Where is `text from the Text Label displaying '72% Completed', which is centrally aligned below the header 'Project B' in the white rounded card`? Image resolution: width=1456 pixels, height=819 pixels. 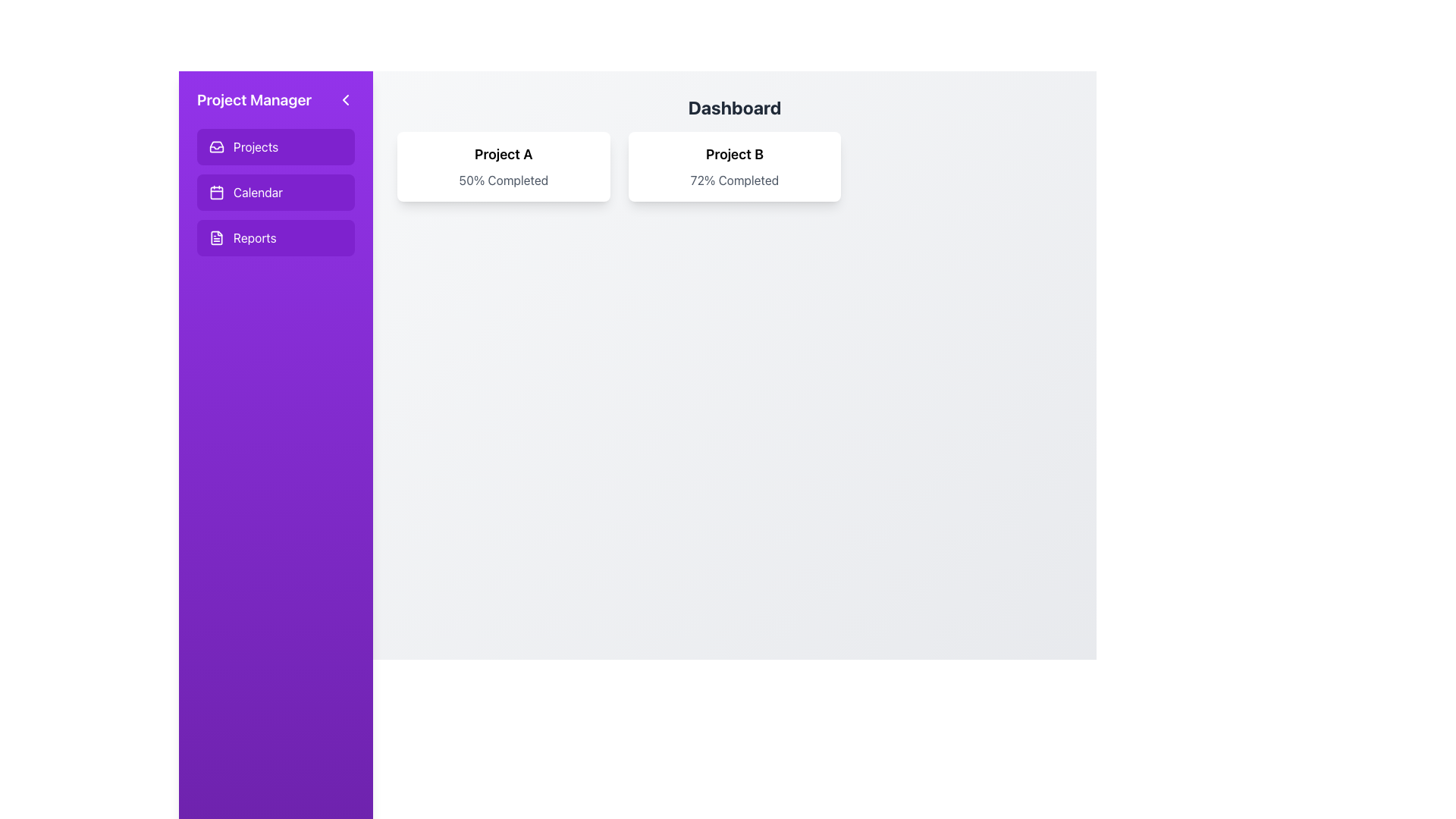
text from the Text Label displaying '72% Completed', which is centrally aligned below the header 'Project B' in the white rounded card is located at coordinates (735, 180).